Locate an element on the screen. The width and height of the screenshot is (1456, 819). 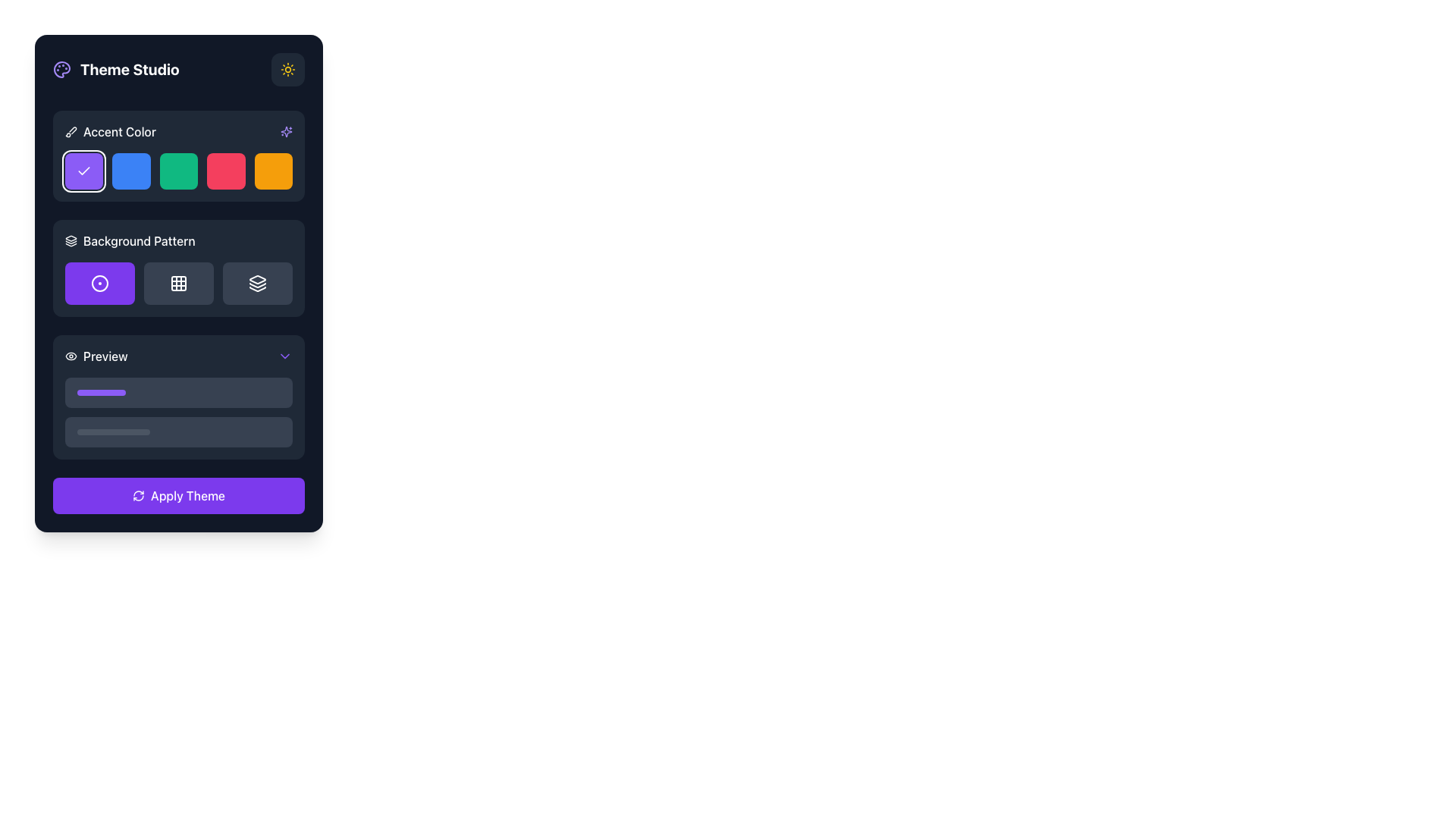
the small checkmark icon with a white stroke on a transparent background located inside the violet circular button under the 'Accent Color' label is located at coordinates (83, 171).